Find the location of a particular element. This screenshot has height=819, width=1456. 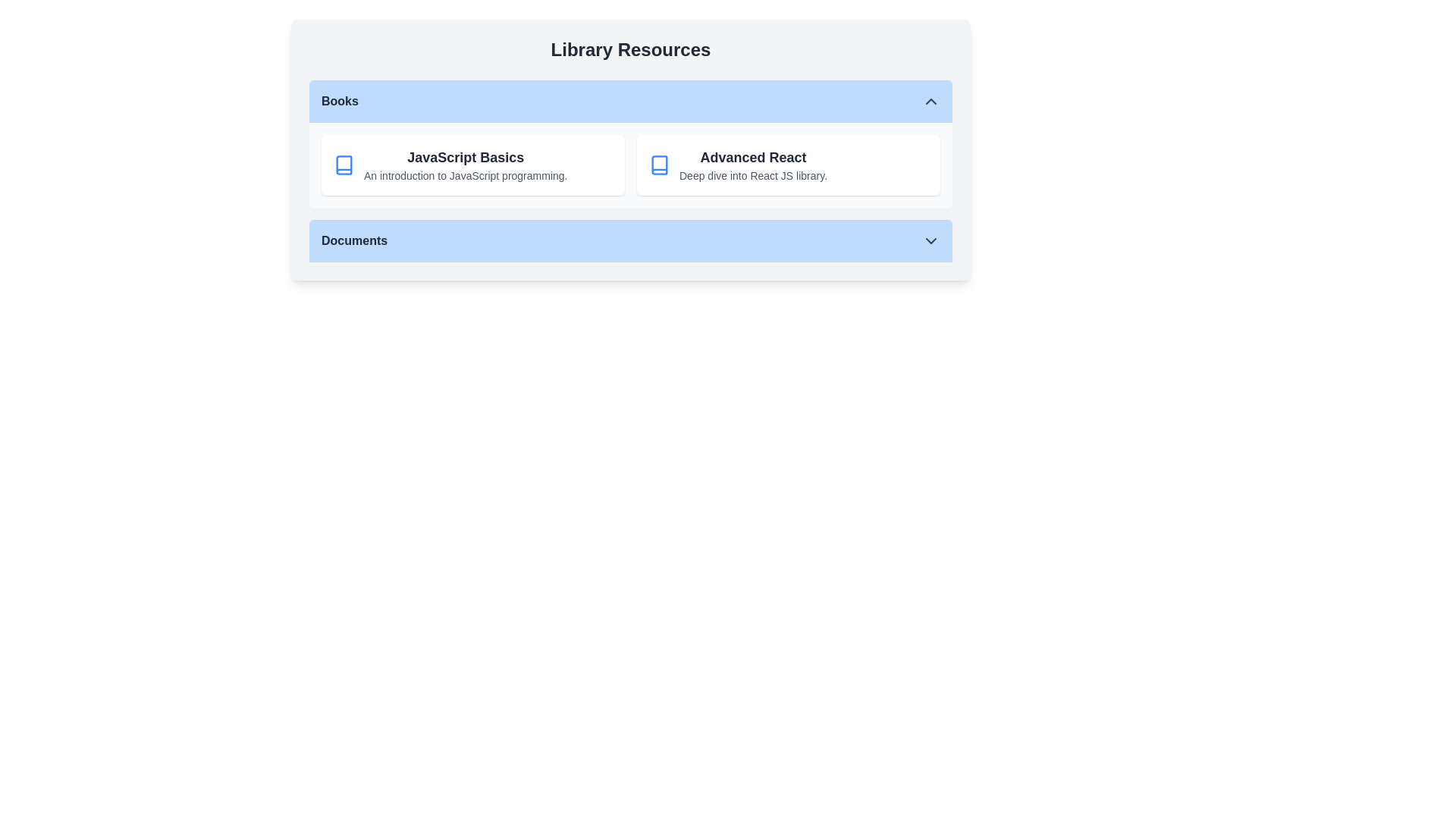

Informational card titled 'JavaScript Basics' with a blue book icon on the left and a white background, located in the top-left section of the grid under the 'Books' section is located at coordinates (472, 165).